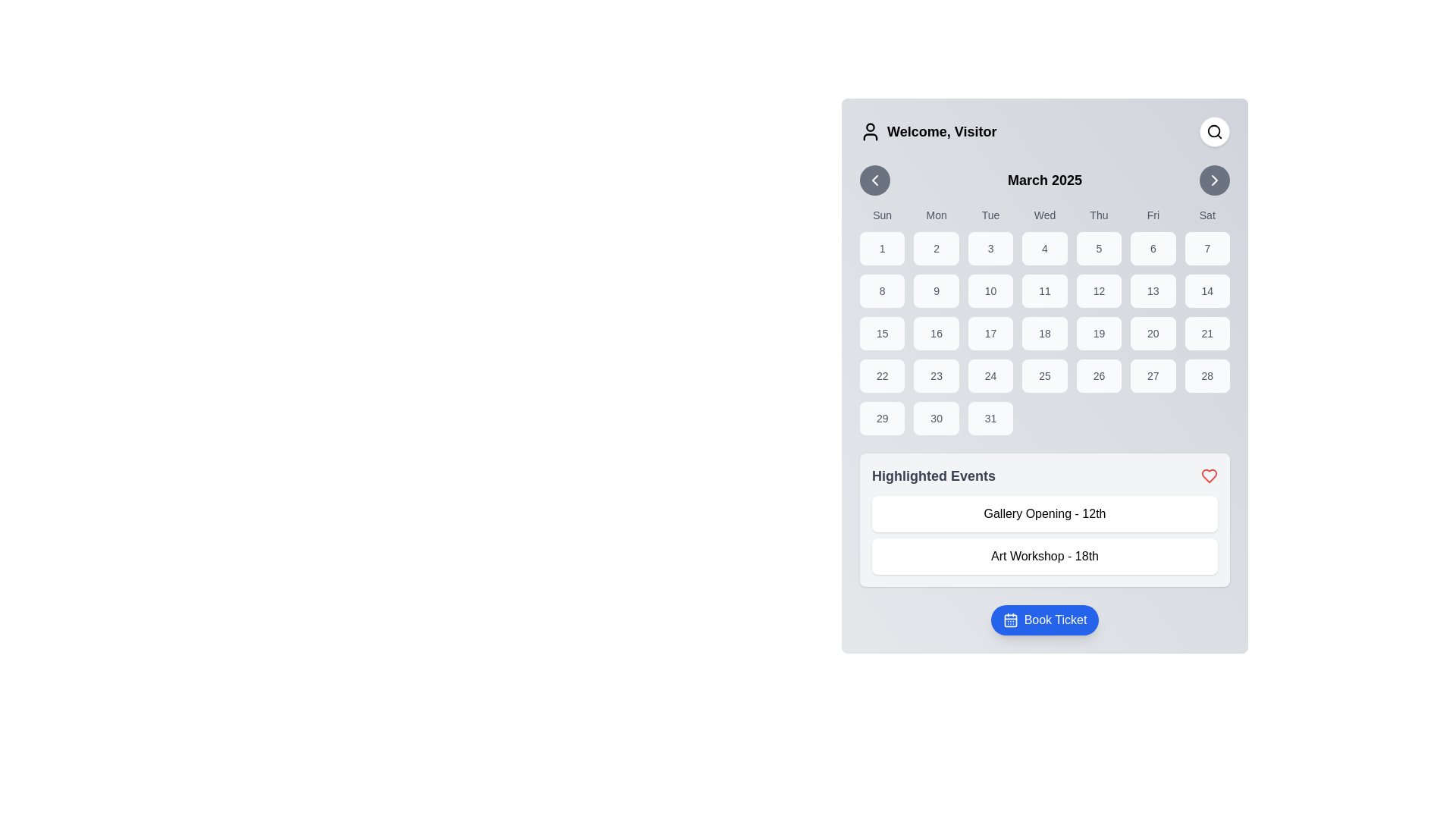 The height and width of the screenshot is (819, 1456). Describe the element at coordinates (1207, 247) in the screenshot. I see `the Text Display within the Interactive Calendar Cell that contains the number '7', which is styled with a light gray background and a rounded border` at that location.